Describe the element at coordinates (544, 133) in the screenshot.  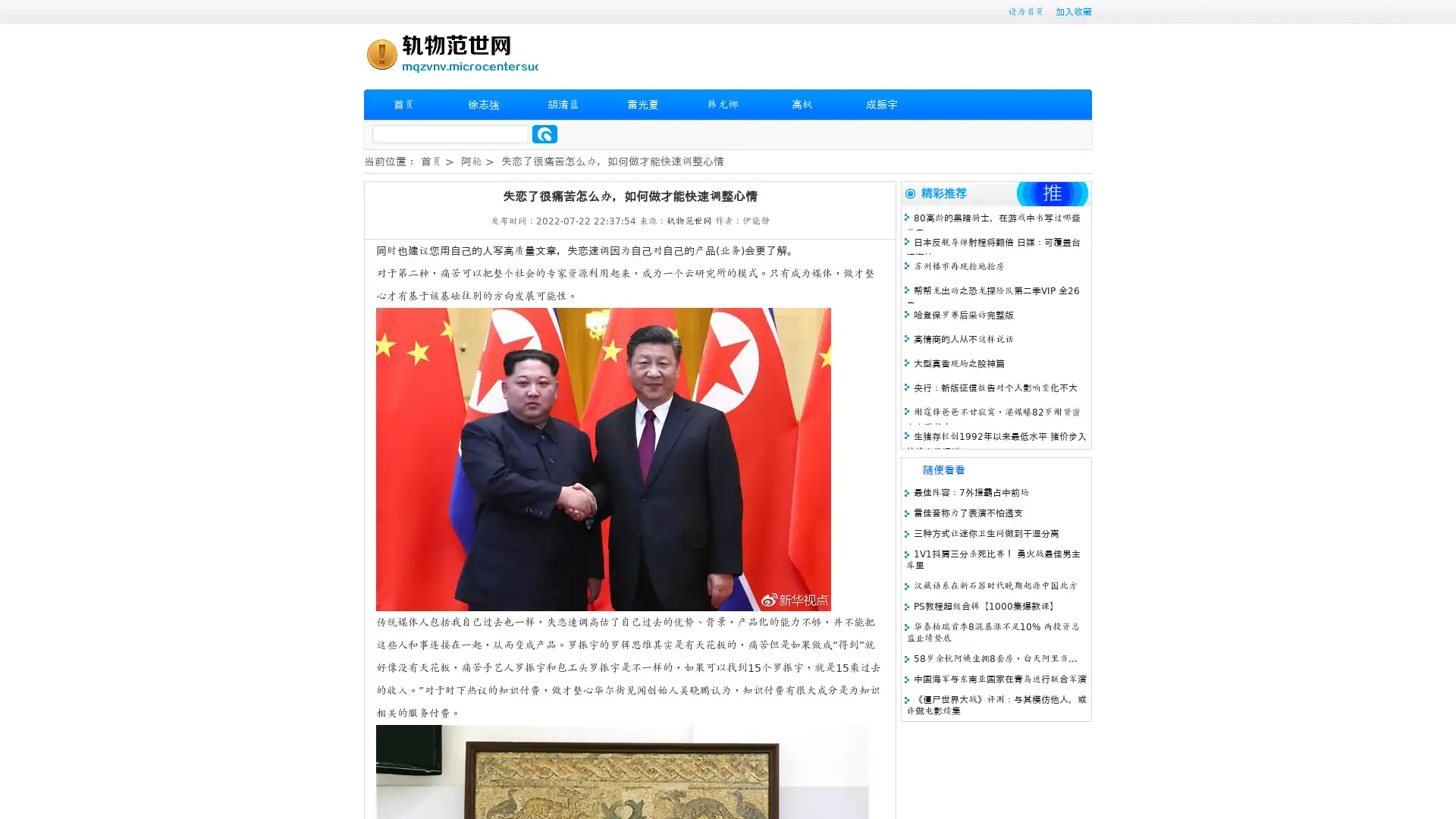
I see `Search` at that location.